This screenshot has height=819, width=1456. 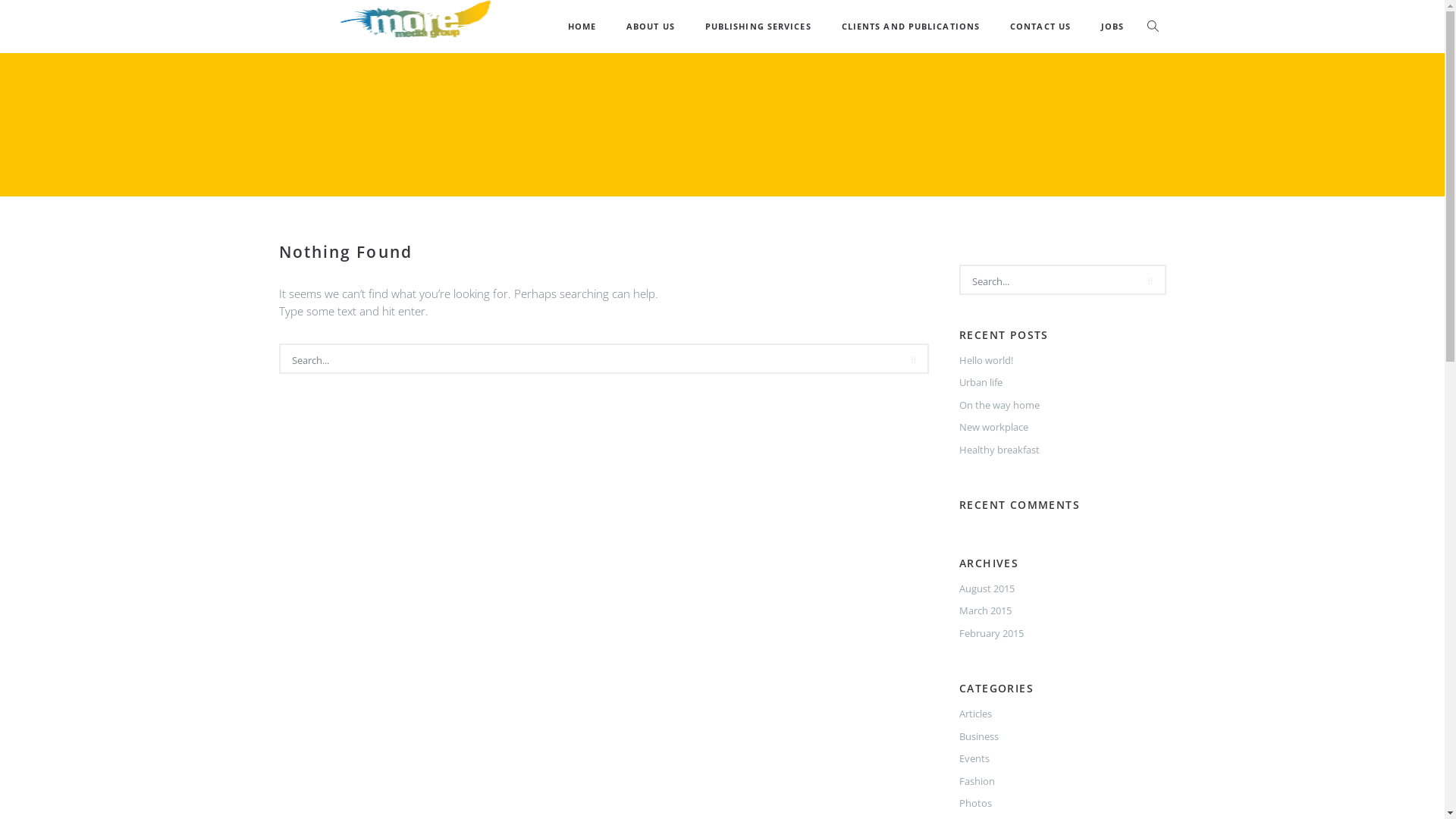 What do you see at coordinates (651, 26) in the screenshot?
I see `'ABOUT US'` at bounding box center [651, 26].